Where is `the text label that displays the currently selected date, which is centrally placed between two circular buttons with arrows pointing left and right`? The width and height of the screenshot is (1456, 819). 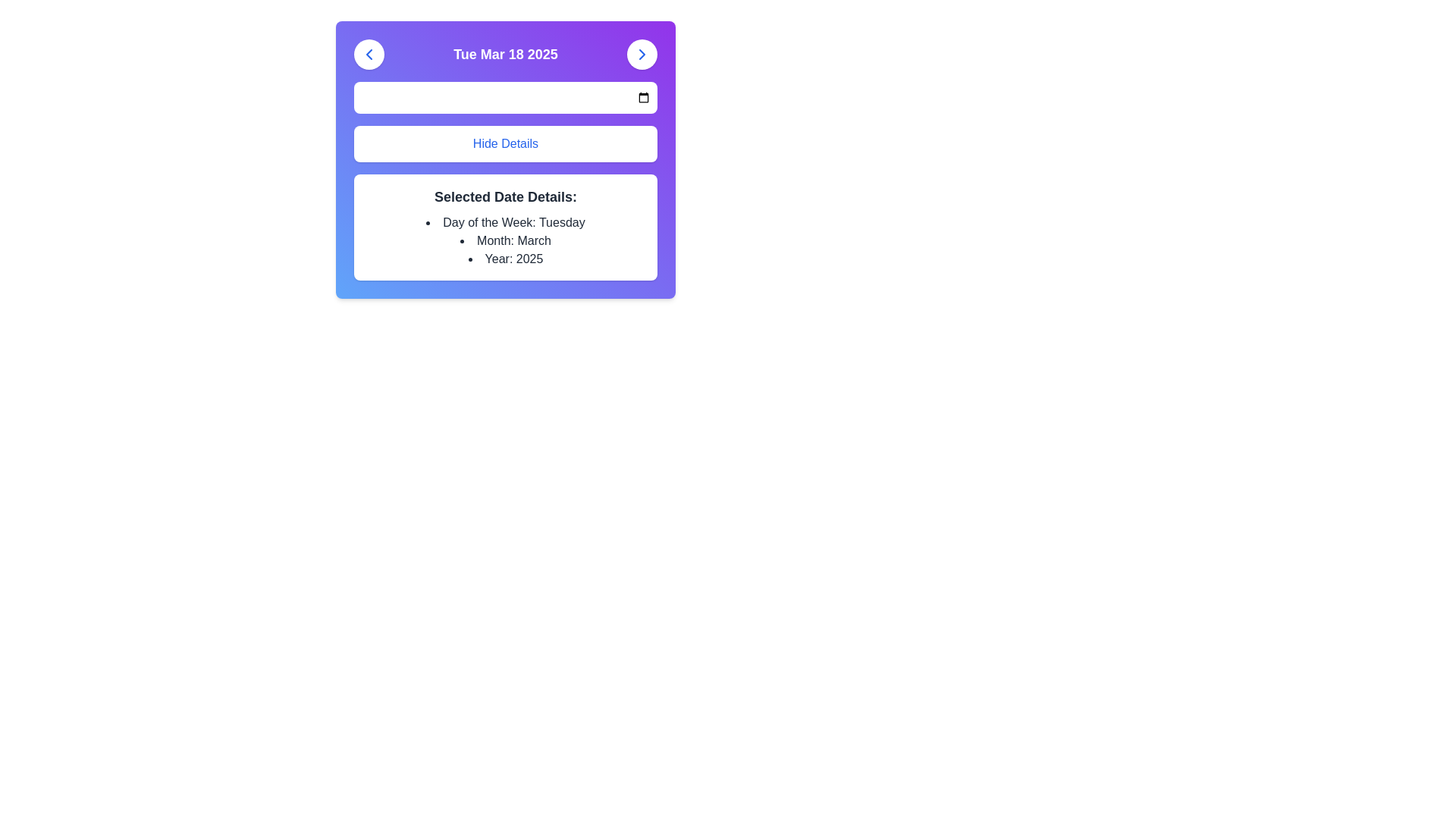 the text label that displays the currently selected date, which is centrally placed between two circular buttons with arrows pointing left and right is located at coordinates (506, 54).